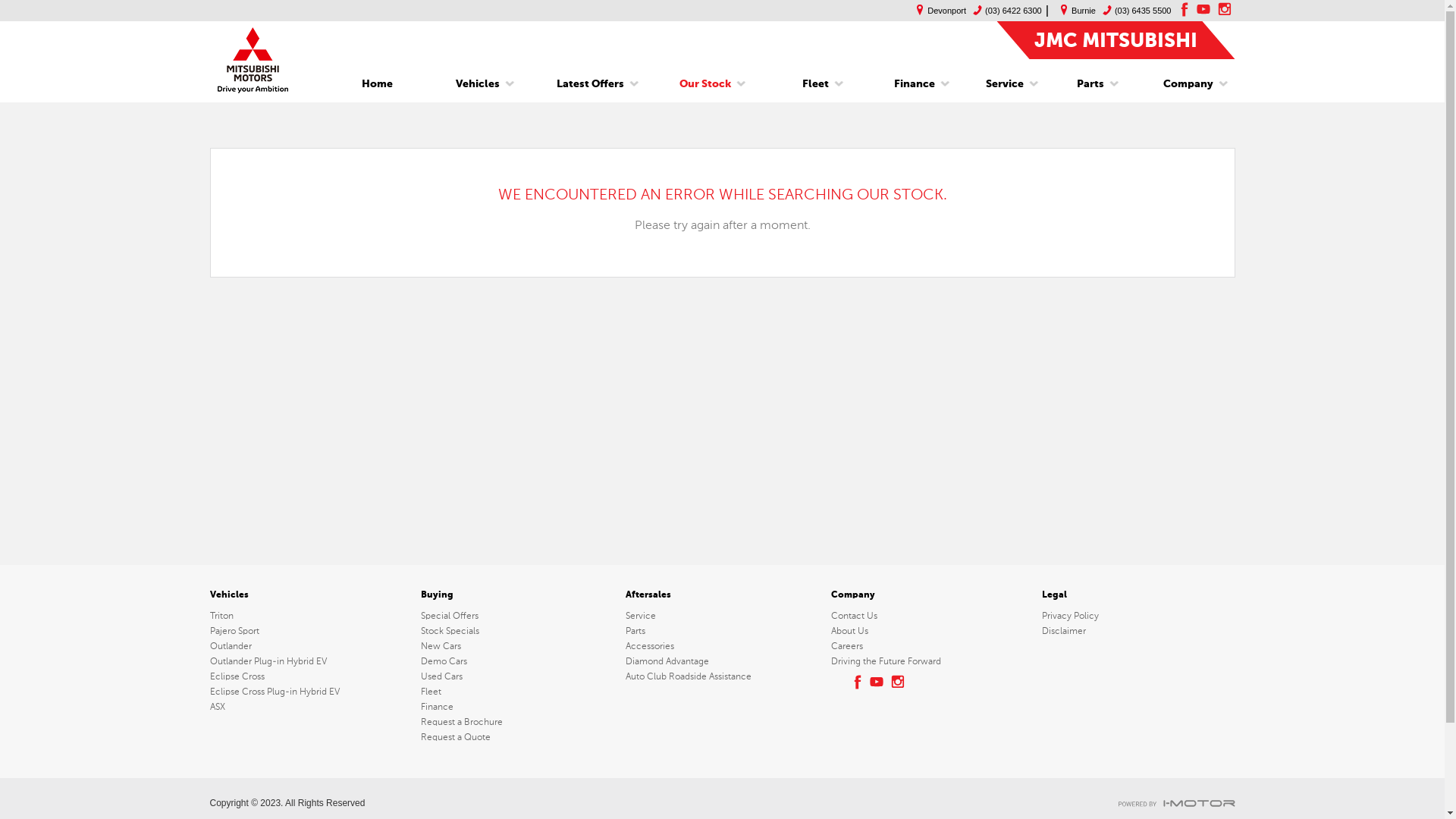 This screenshot has width=1456, height=819. What do you see at coordinates (937, 11) in the screenshot?
I see `'Devonport'` at bounding box center [937, 11].